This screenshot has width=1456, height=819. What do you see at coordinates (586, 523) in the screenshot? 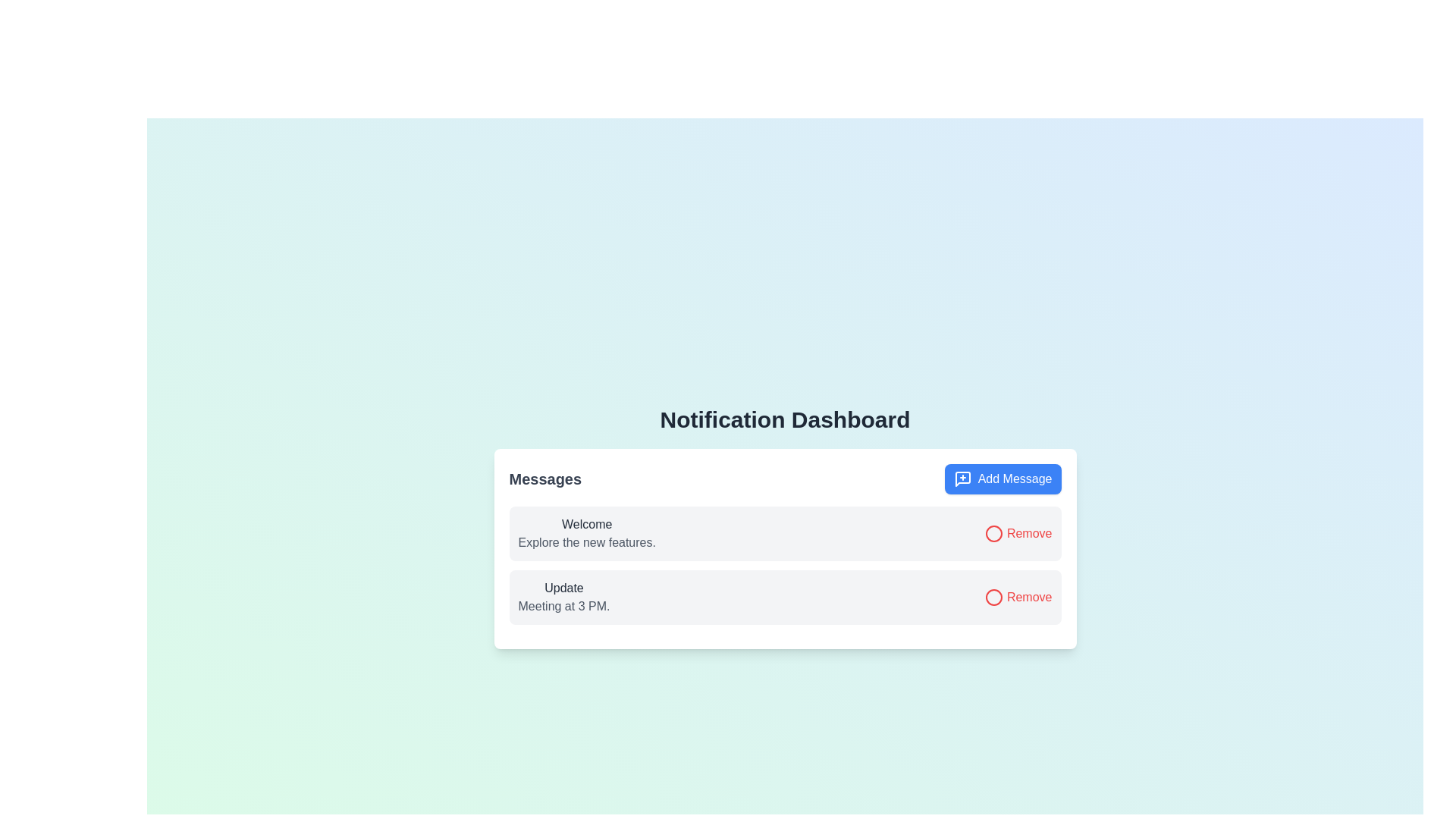
I see `the 'Welcome' static text label in the Messages section, which is displayed in gray color (#gray-800) and is positioned above the subtitle 'Explore the new features.'` at bounding box center [586, 523].